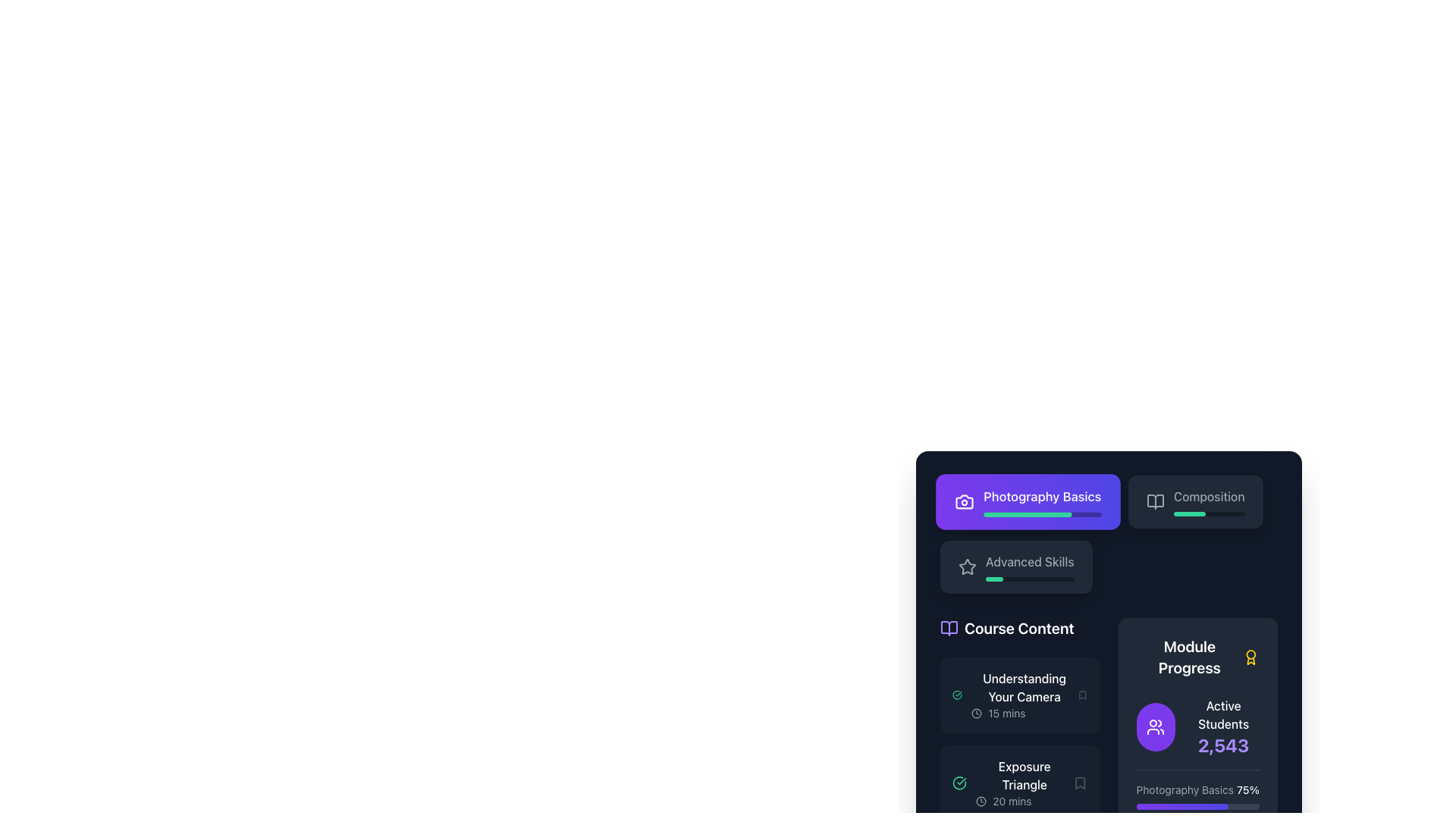 Image resolution: width=1456 pixels, height=819 pixels. What do you see at coordinates (1208, 502) in the screenshot?
I see `the labeled progress bar titled 'Composition'` at bounding box center [1208, 502].